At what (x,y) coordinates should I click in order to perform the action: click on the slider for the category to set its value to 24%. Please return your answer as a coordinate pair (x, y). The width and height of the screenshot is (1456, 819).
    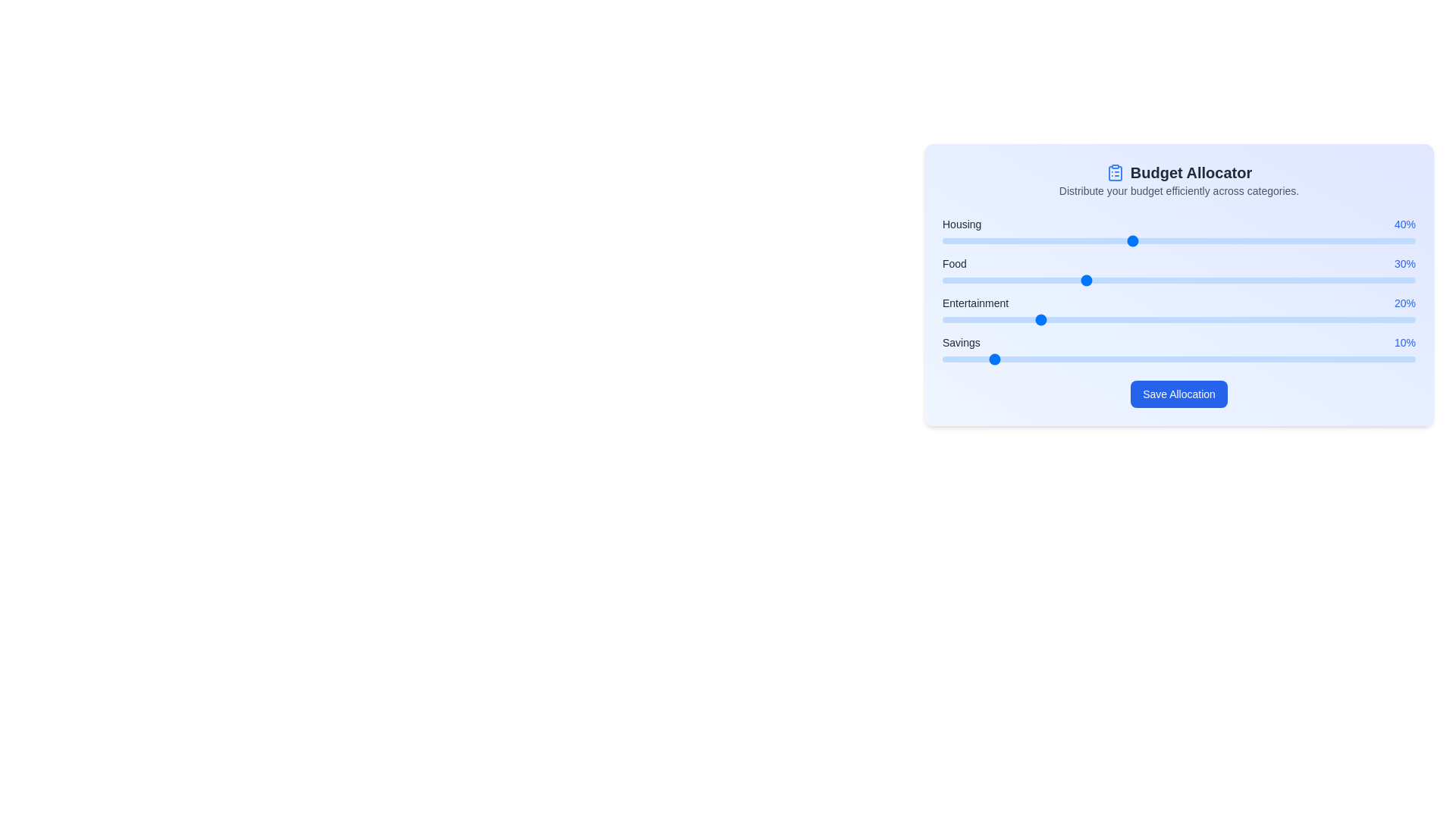
    Looking at the image, I should click on (1055, 240).